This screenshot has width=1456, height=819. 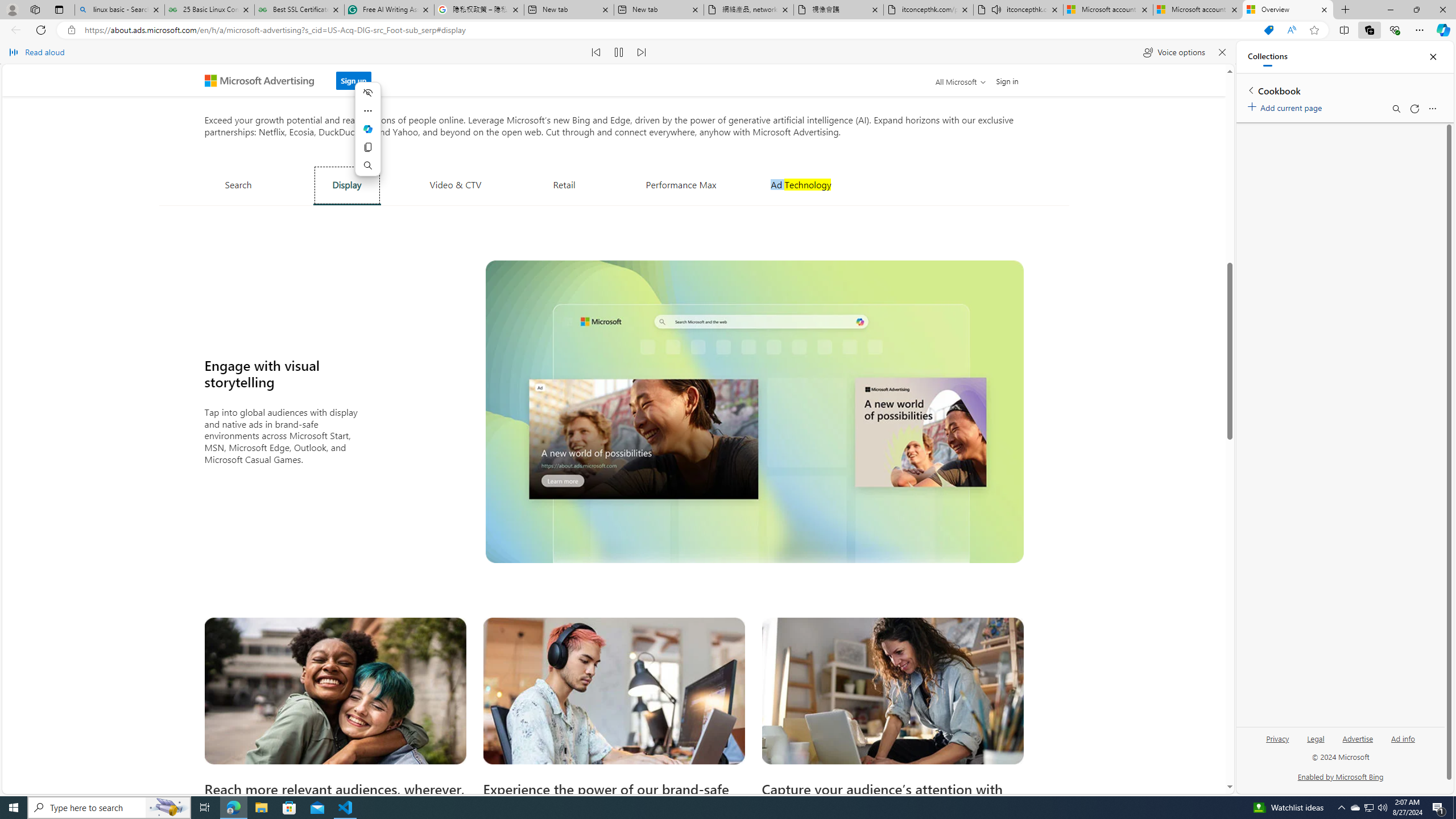 I want to click on 'linux basic - Search', so click(x=118, y=9).